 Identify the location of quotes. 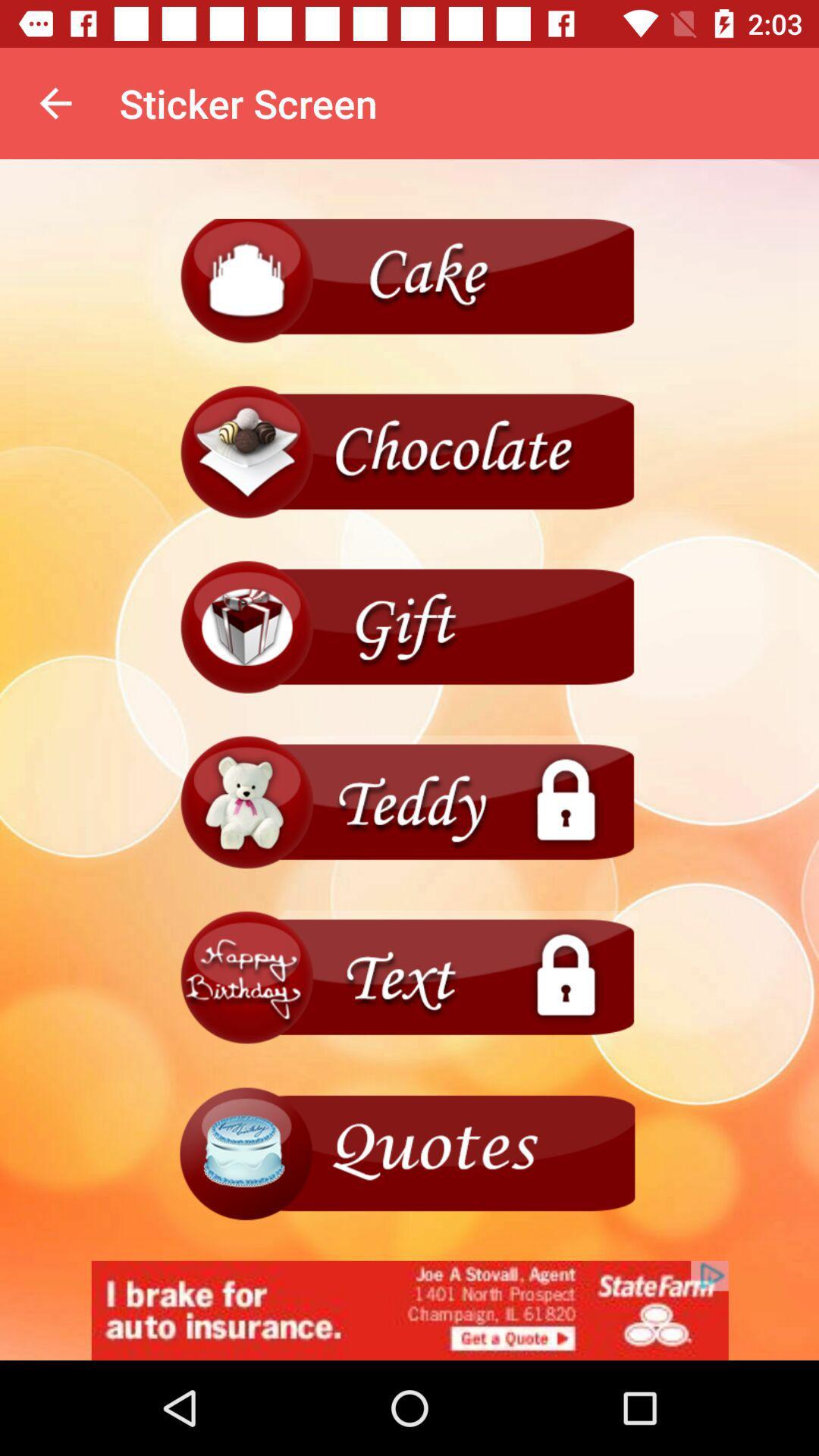
(409, 1153).